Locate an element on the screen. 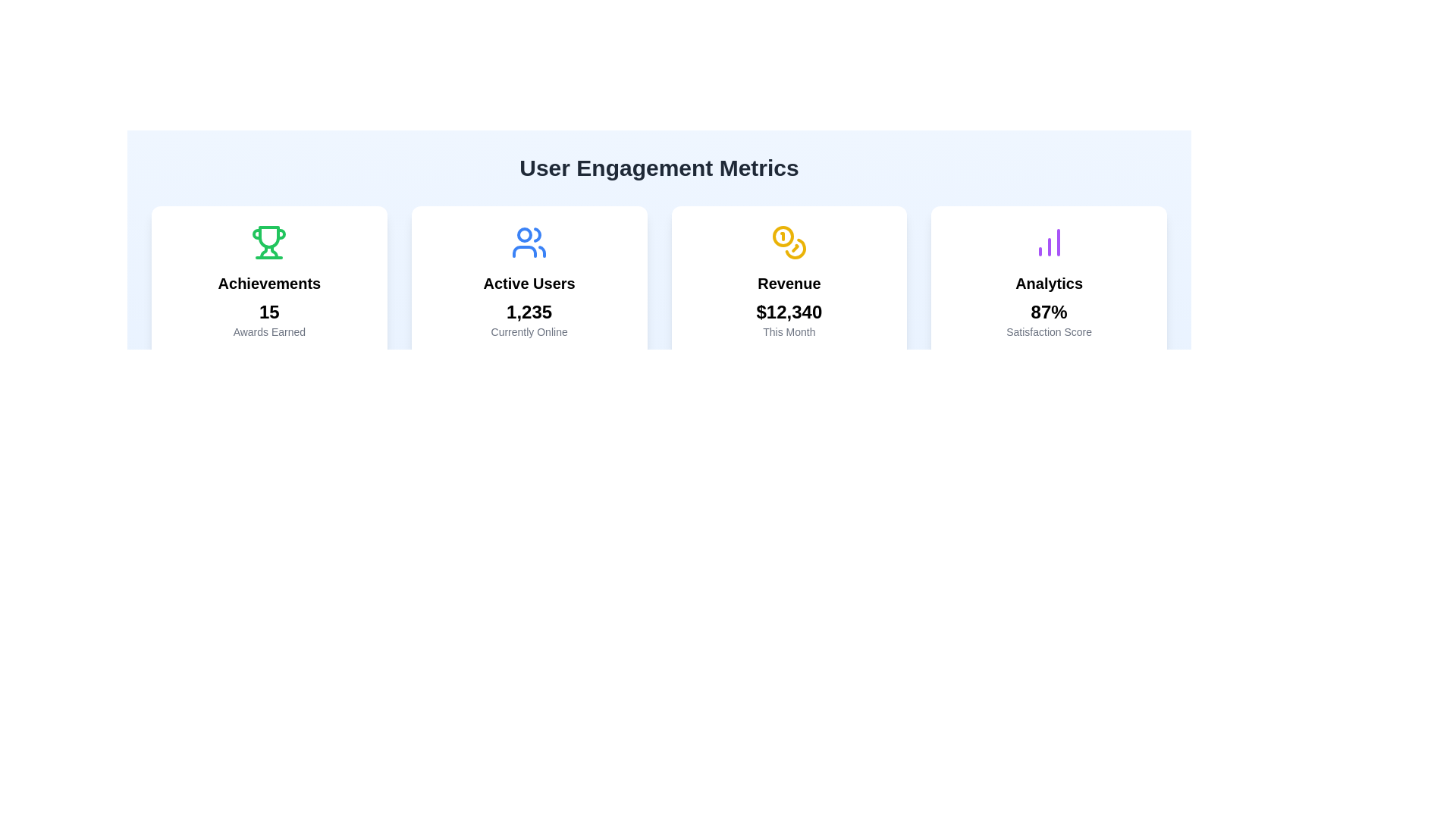  the Text label that describes the satisfaction score metric '87%' in the 'Analytics' card, located in the fourth column of the 'User Engagement Metrics' section is located at coordinates (1048, 331).